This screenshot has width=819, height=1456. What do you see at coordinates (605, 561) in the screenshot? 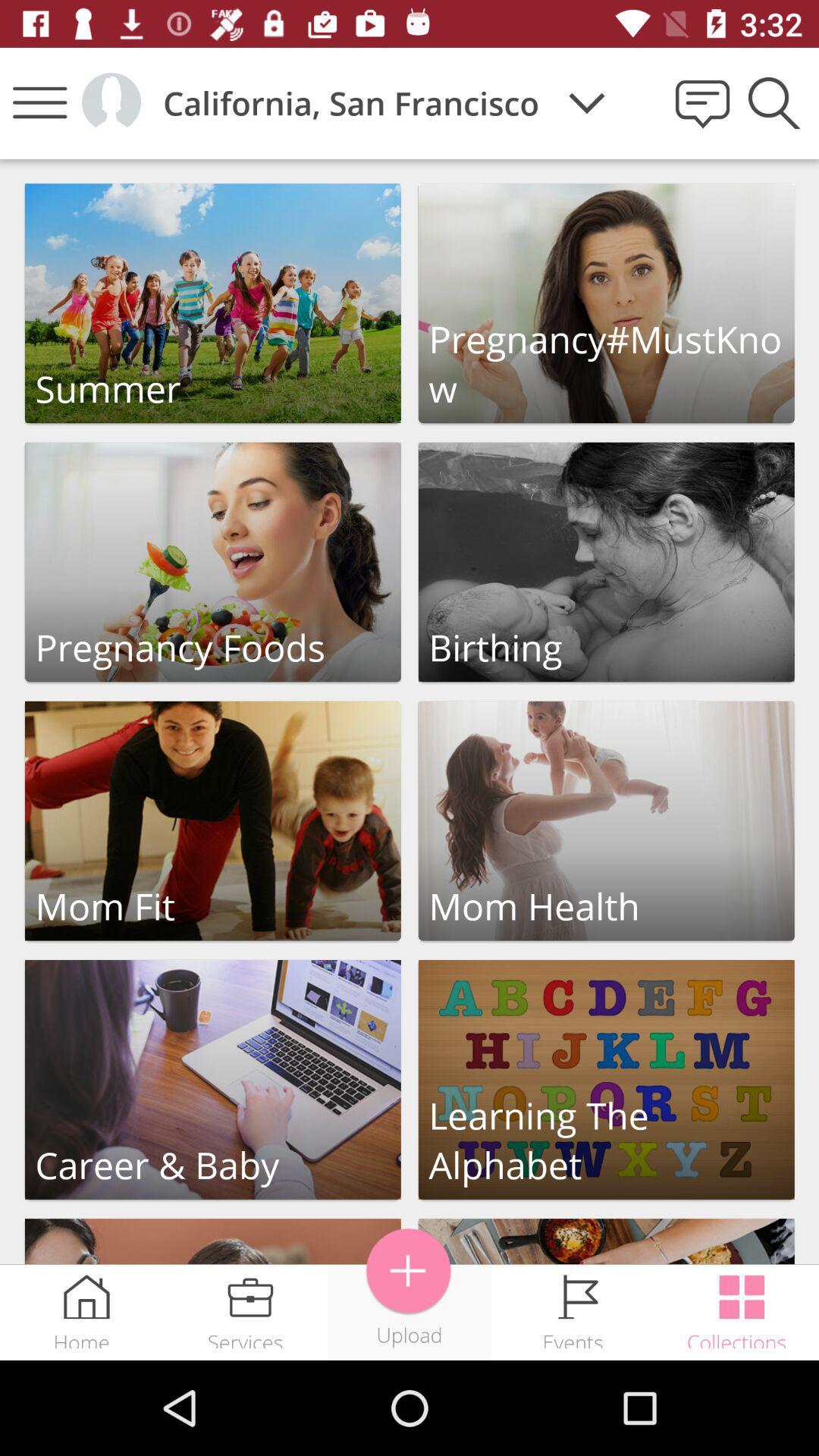
I see `tap to launch app` at bounding box center [605, 561].